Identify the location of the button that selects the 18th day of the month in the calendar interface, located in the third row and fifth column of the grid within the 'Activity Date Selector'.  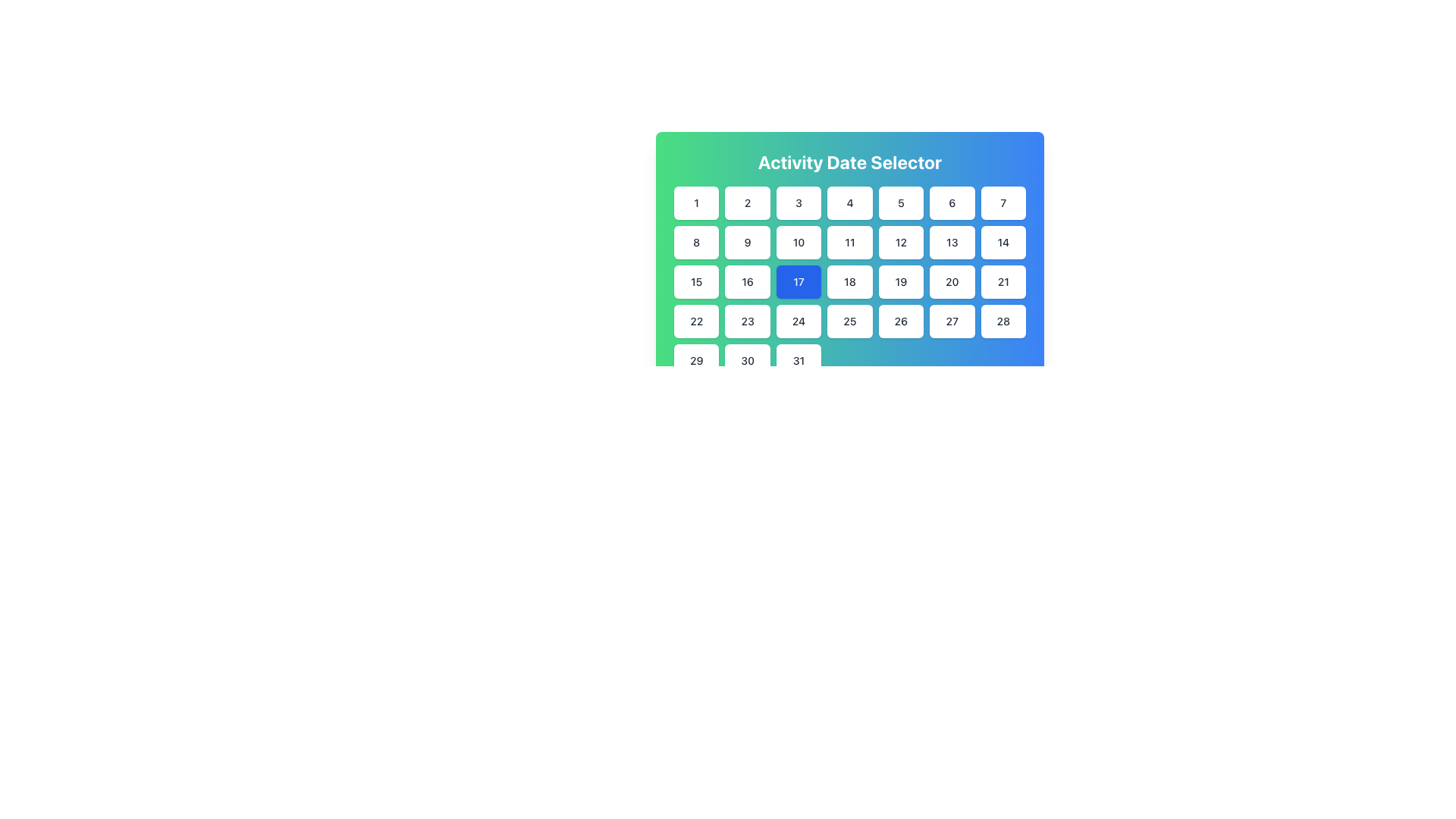
(850, 281).